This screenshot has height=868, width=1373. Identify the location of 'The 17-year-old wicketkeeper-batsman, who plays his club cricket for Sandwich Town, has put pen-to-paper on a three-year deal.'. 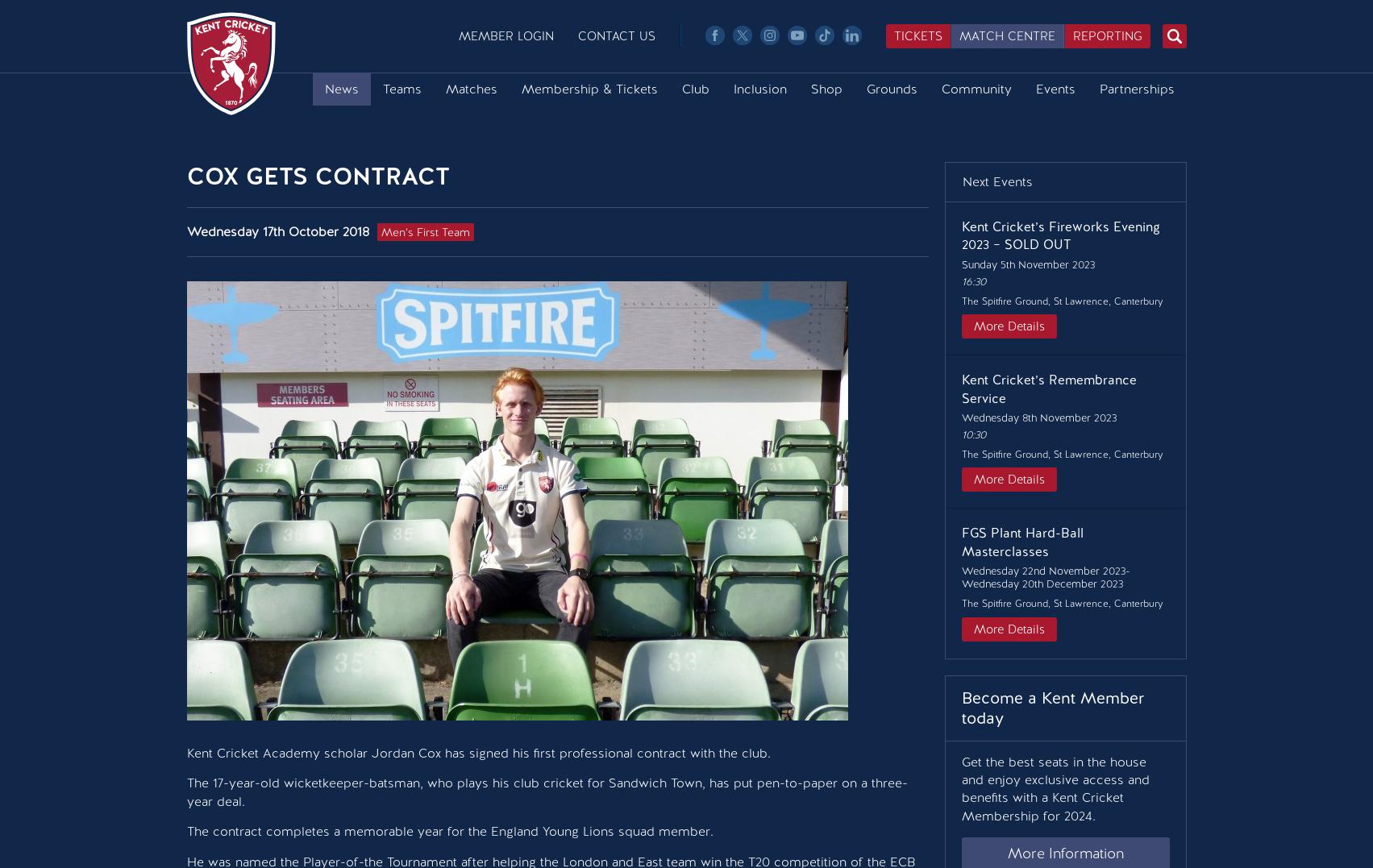
(545, 791).